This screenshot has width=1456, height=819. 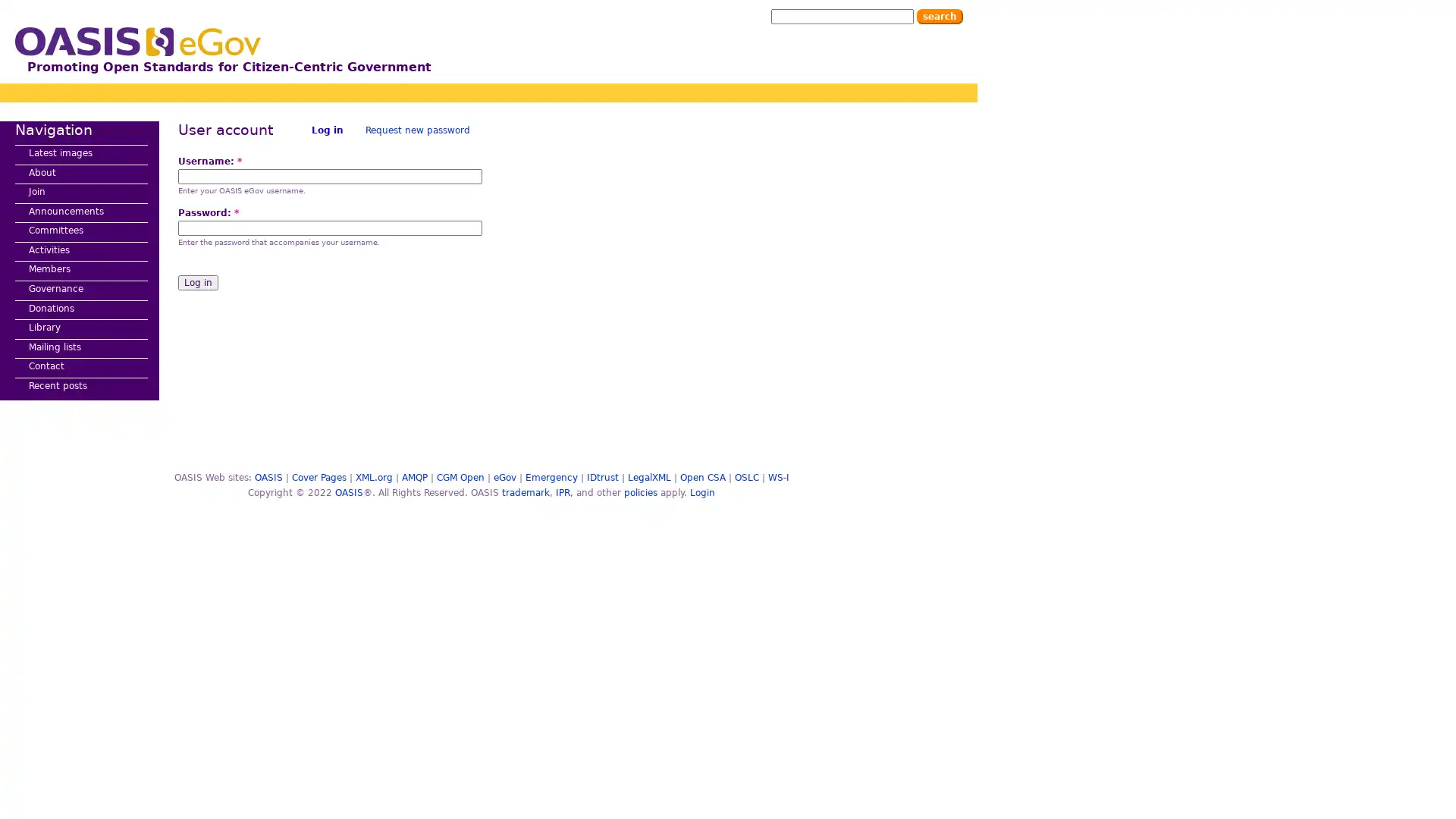 What do you see at coordinates (939, 17) in the screenshot?
I see `Search` at bounding box center [939, 17].